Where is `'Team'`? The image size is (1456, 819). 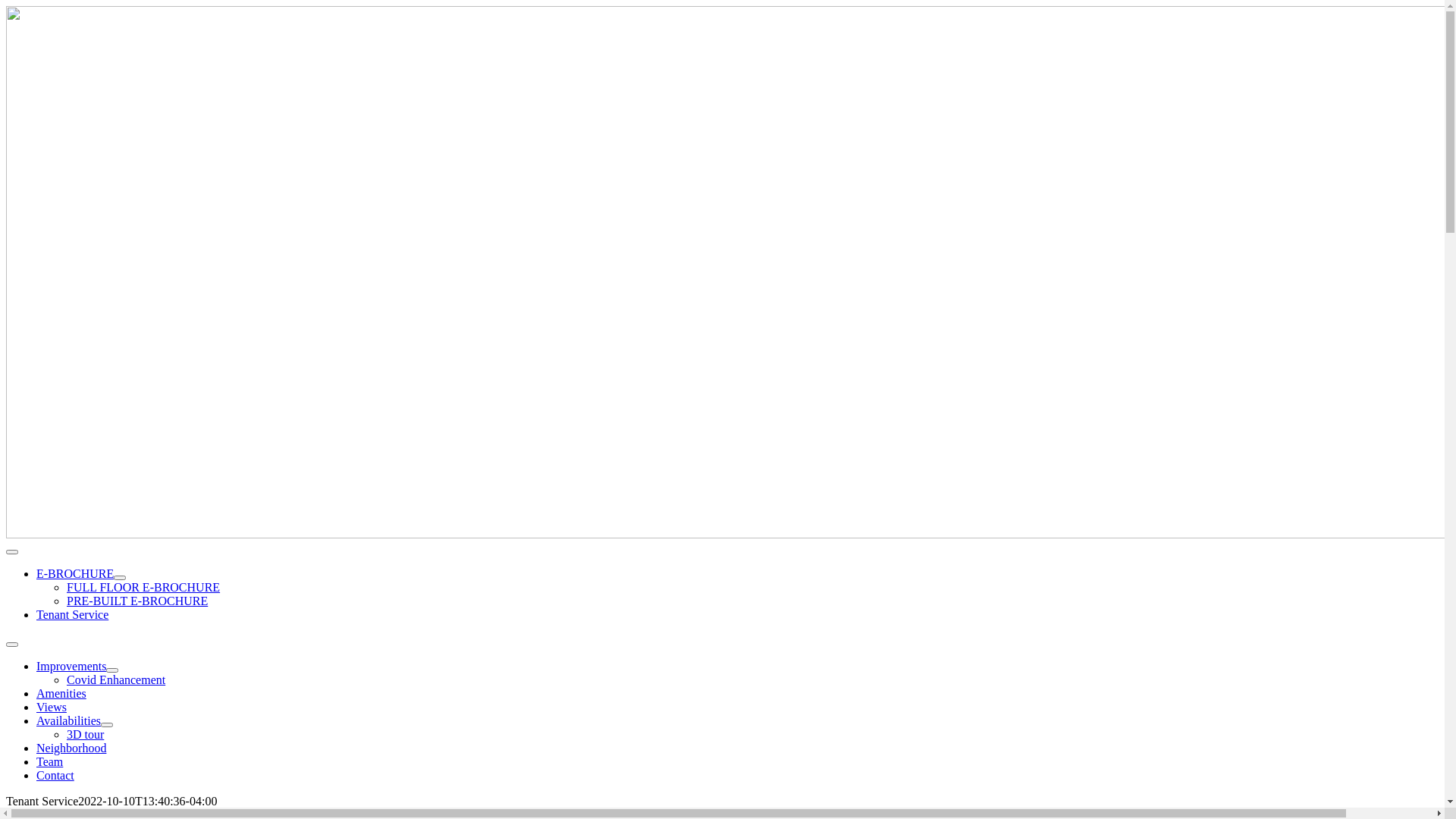
'Team' is located at coordinates (49, 761).